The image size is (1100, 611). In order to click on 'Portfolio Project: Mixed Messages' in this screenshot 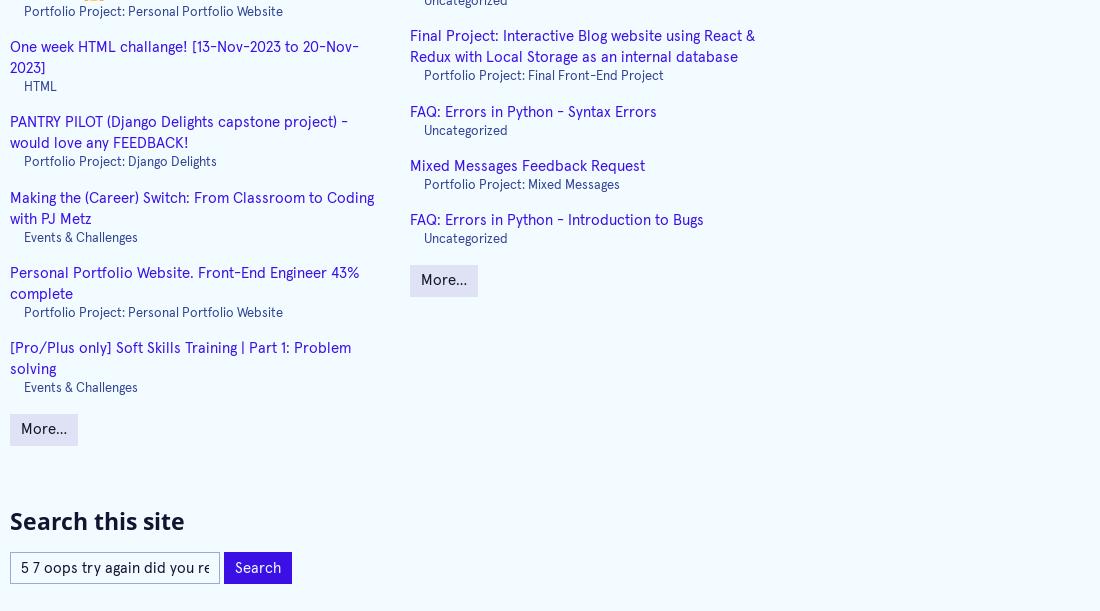, I will do `click(521, 184)`.